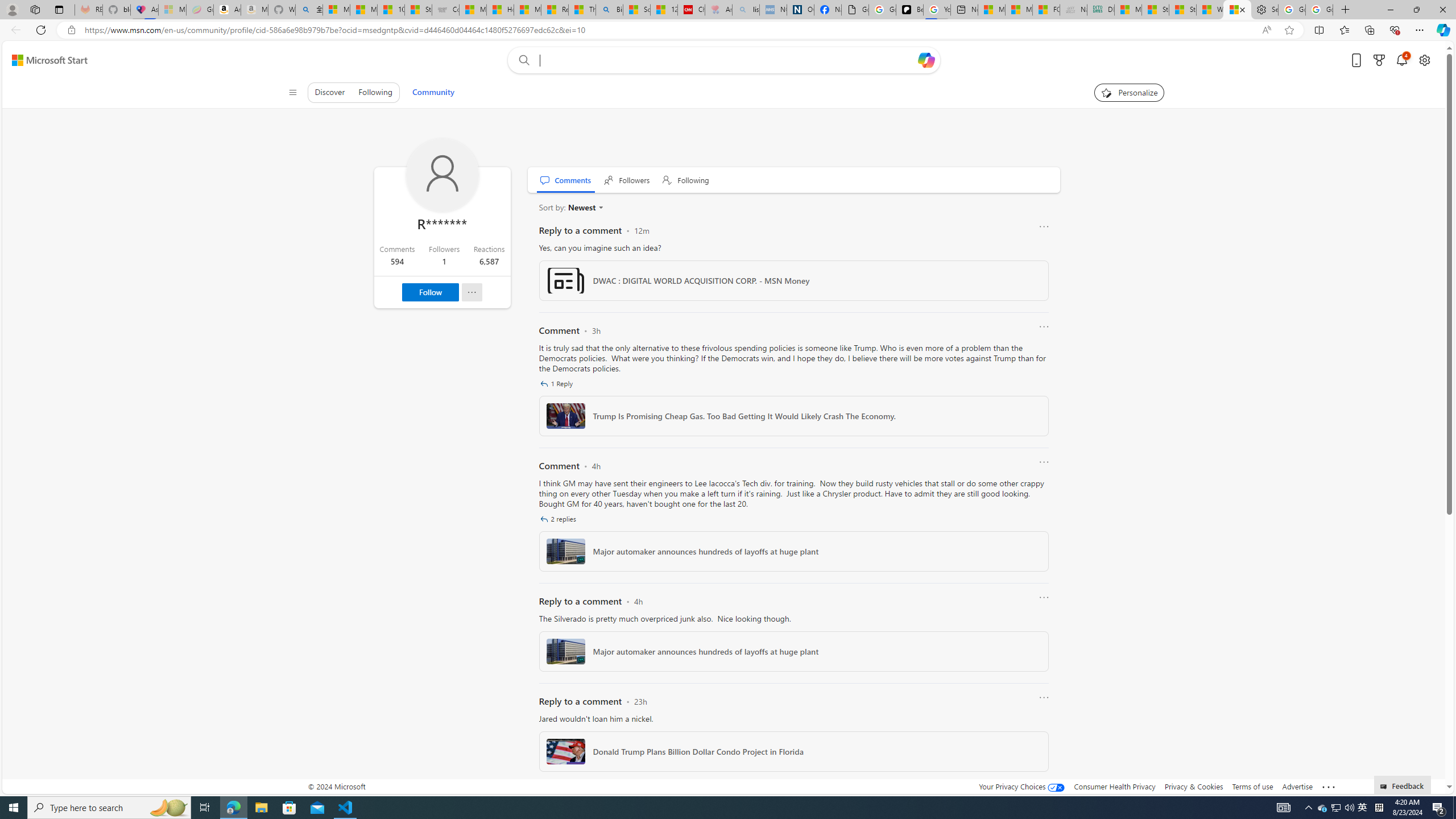 Image resolution: width=1456 pixels, height=819 pixels. Describe the element at coordinates (559, 518) in the screenshot. I see `'2 replies'` at that location.